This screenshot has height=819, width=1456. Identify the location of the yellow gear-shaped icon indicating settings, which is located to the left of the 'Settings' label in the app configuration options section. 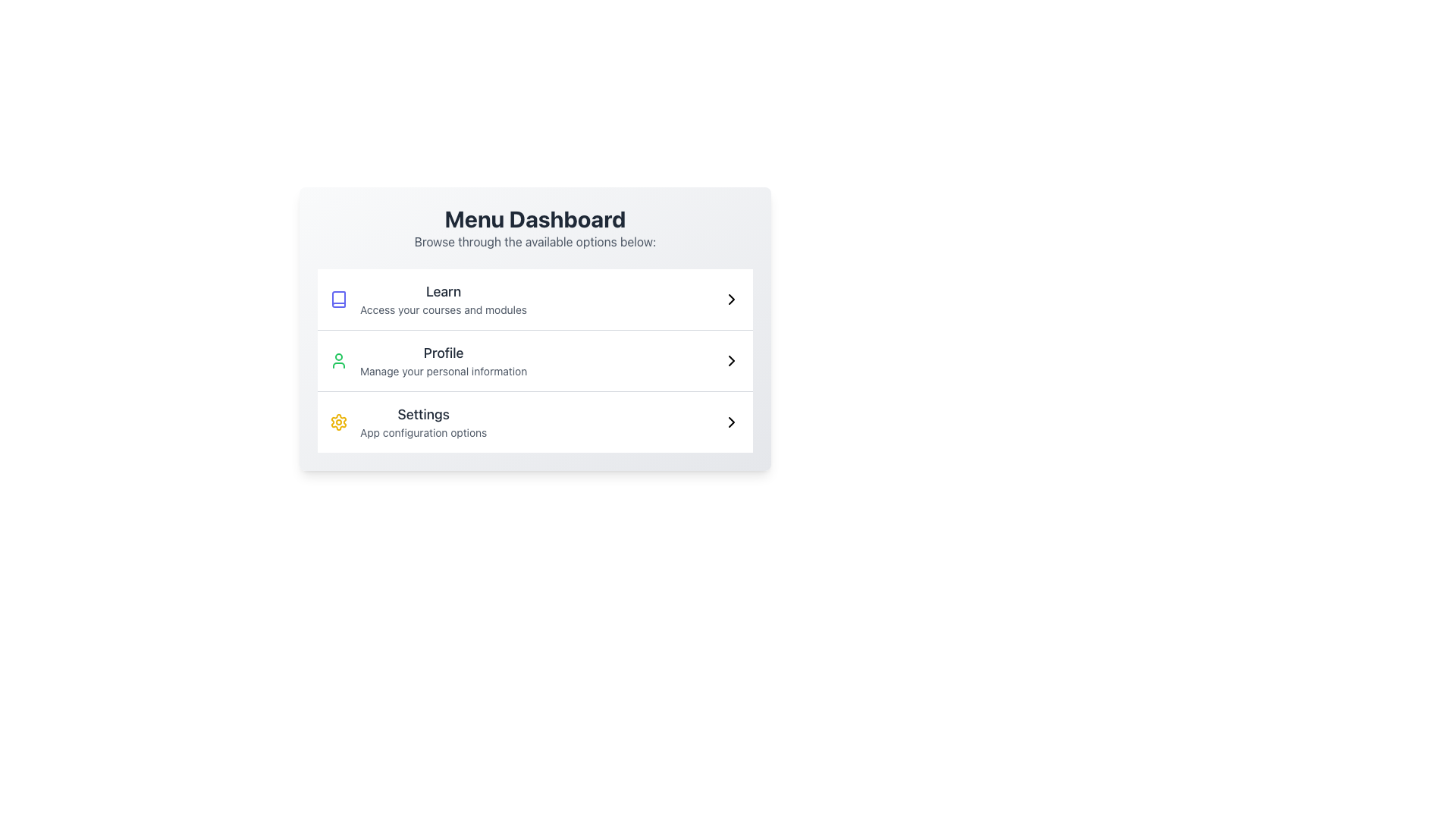
(337, 422).